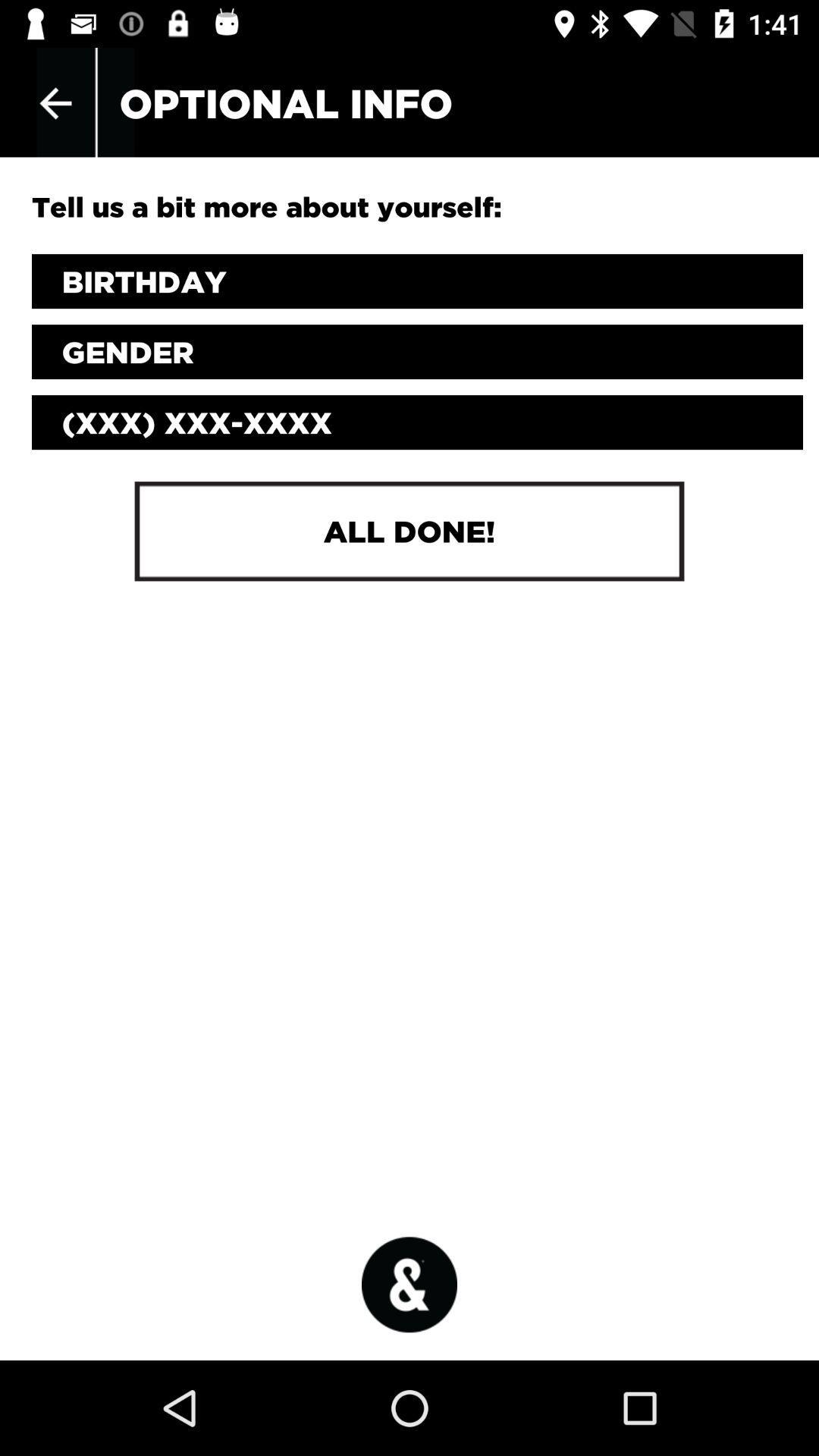  I want to click on gender option, so click(417, 351).